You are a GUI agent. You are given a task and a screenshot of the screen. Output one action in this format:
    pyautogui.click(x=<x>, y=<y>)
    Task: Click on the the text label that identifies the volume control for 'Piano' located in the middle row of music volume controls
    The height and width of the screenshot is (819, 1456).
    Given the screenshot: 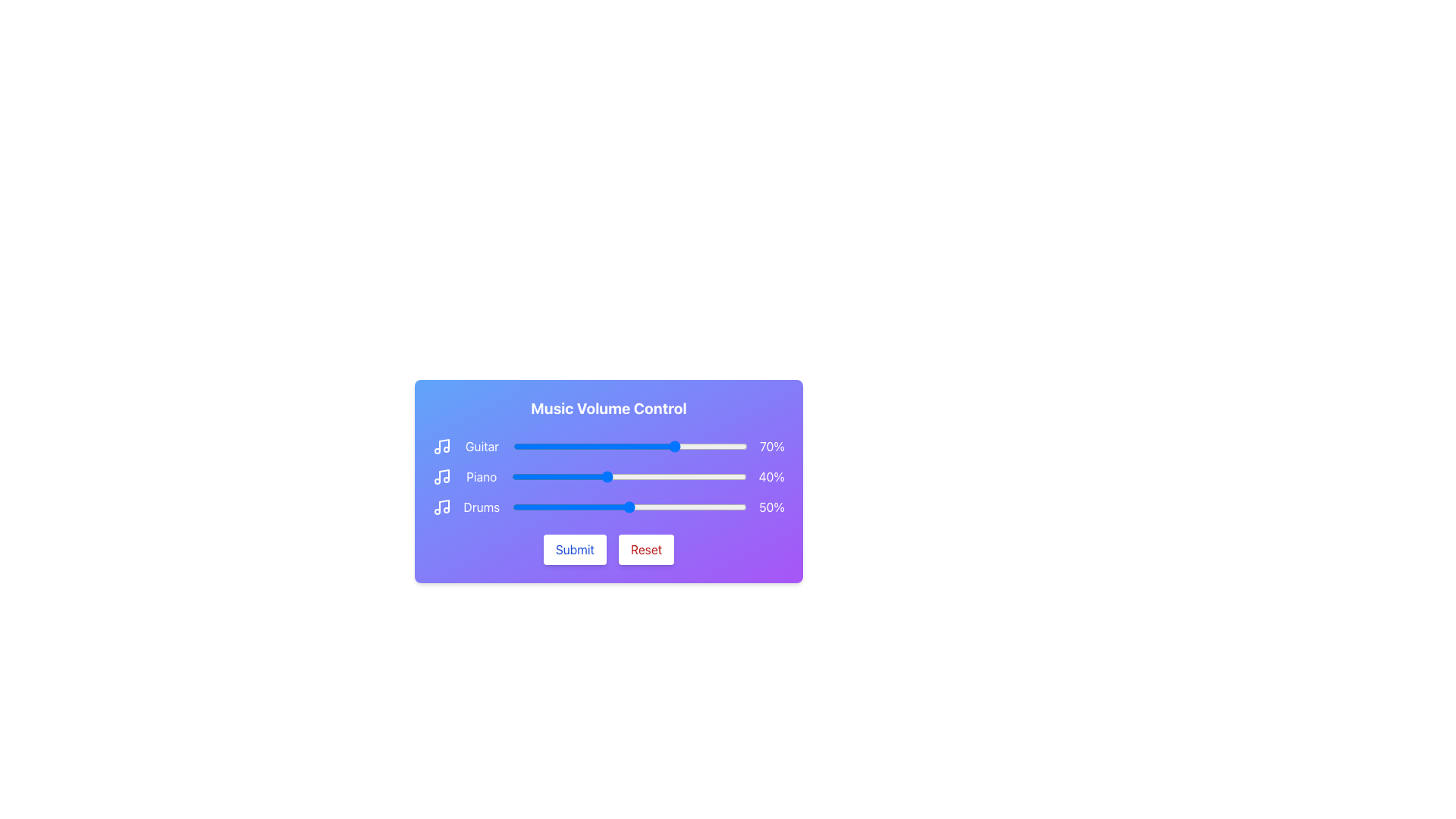 What is the action you would take?
    pyautogui.click(x=481, y=475)
    